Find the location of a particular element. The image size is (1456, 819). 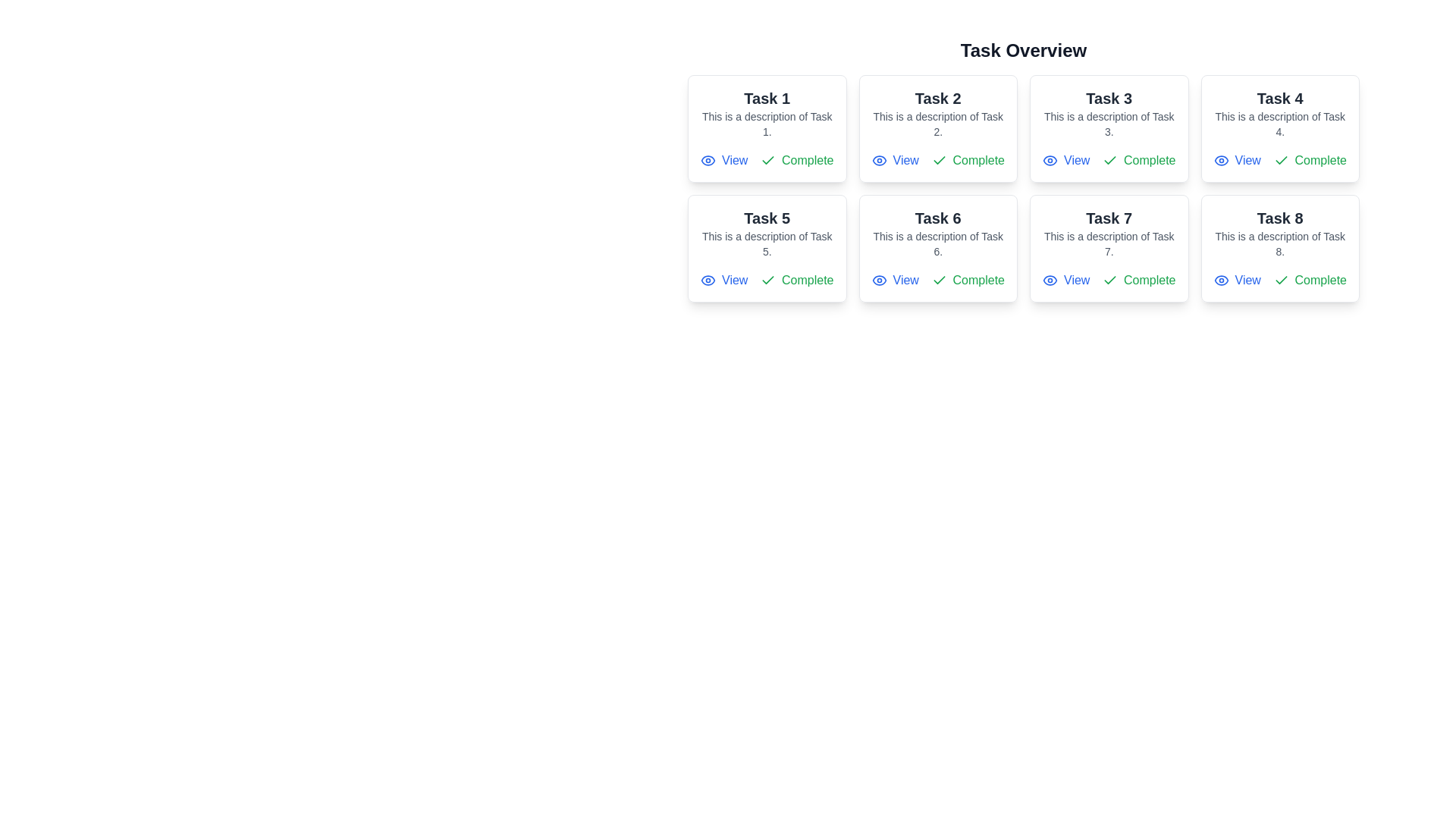

the checkmark icon with a green stroke indicating completion, located next to the 'Complete' label in the 'Task 6' card is located at coordinates (938, 280).